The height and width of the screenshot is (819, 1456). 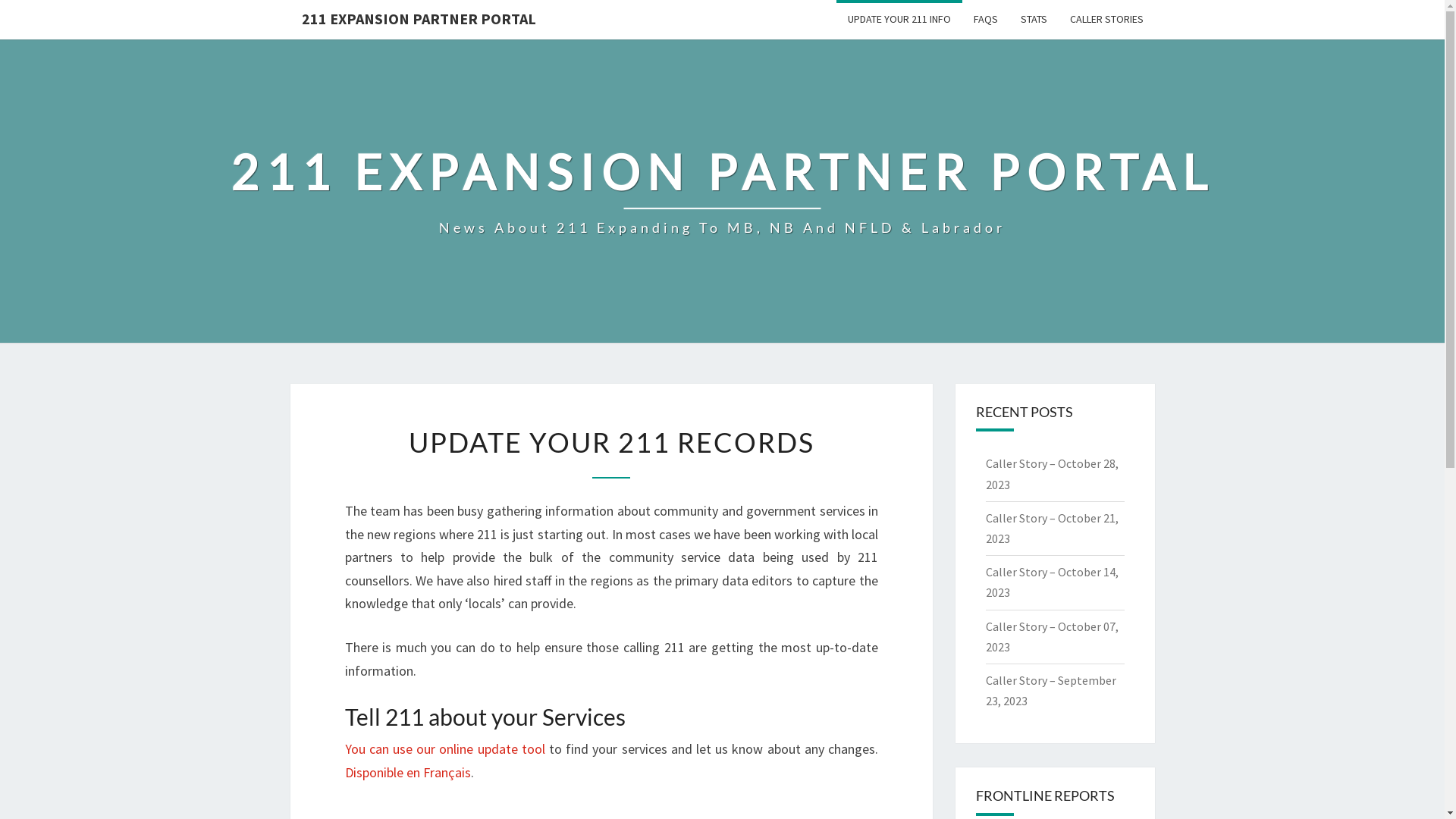 What do you see at coordinates (418, 18) in the screenshot?
I see `'211 EXPANSION PARTNER PORTAL'` at bounding box center [418, 18].